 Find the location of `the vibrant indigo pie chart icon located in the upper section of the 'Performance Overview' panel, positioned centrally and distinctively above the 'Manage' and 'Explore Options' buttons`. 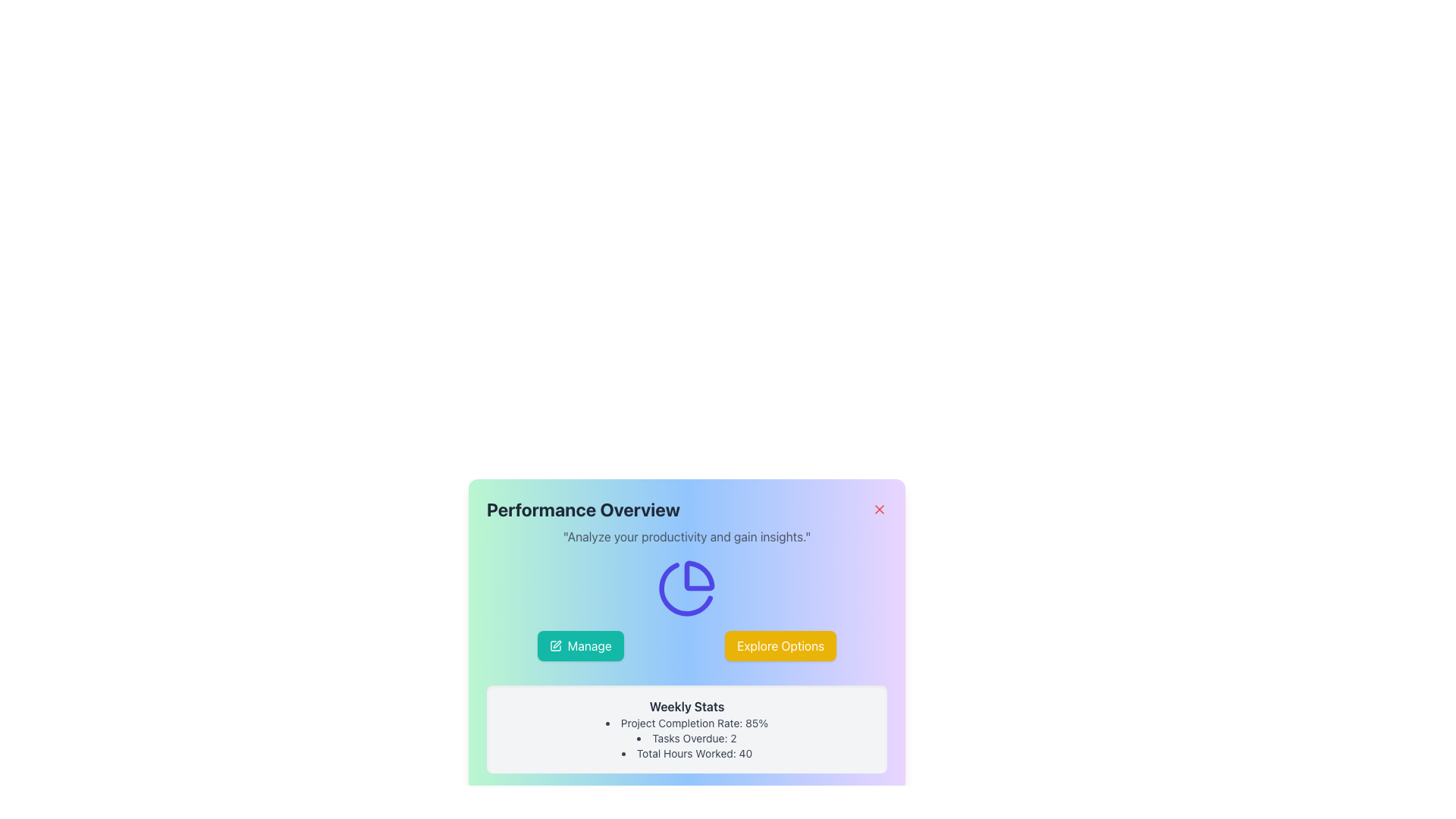

the vibrant indigo pie chart icon located in the upper section of the 'Performance Overview' panel, positioned centrally and distinctively above the 'Manage' and 'Explore Options' buttons is located at coordinates (686, 587).